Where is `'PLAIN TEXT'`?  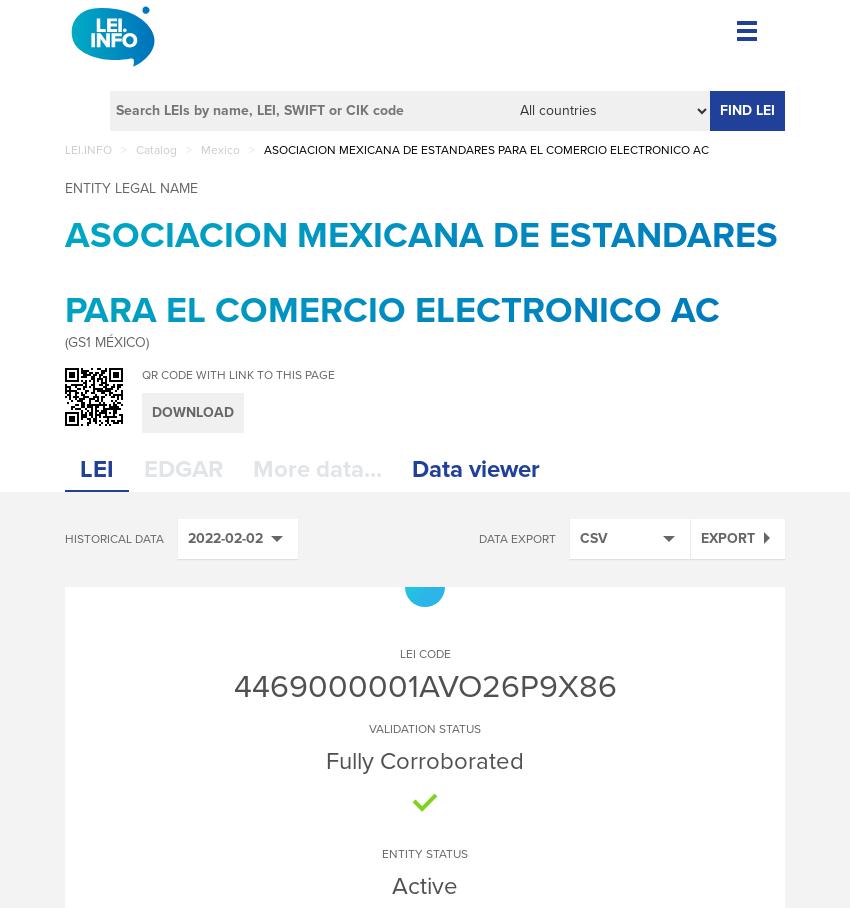
'PLAIN TEXT' is located at coordinates (638, 809).